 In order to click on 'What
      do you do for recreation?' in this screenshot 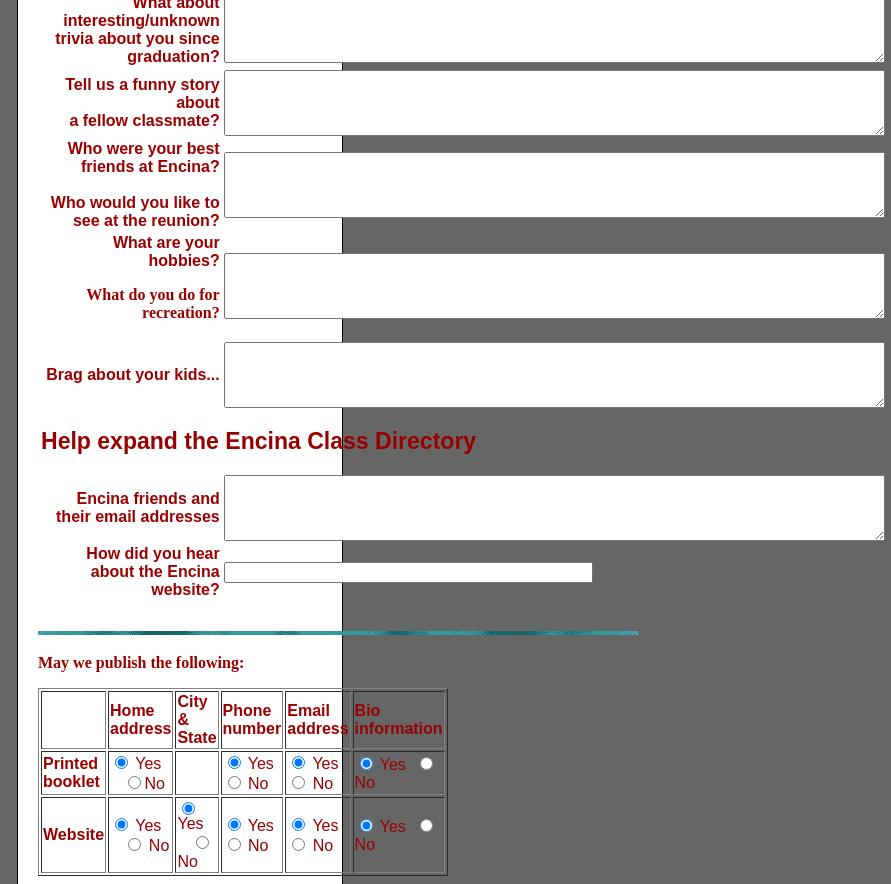, I will do `click(85, 303)`.